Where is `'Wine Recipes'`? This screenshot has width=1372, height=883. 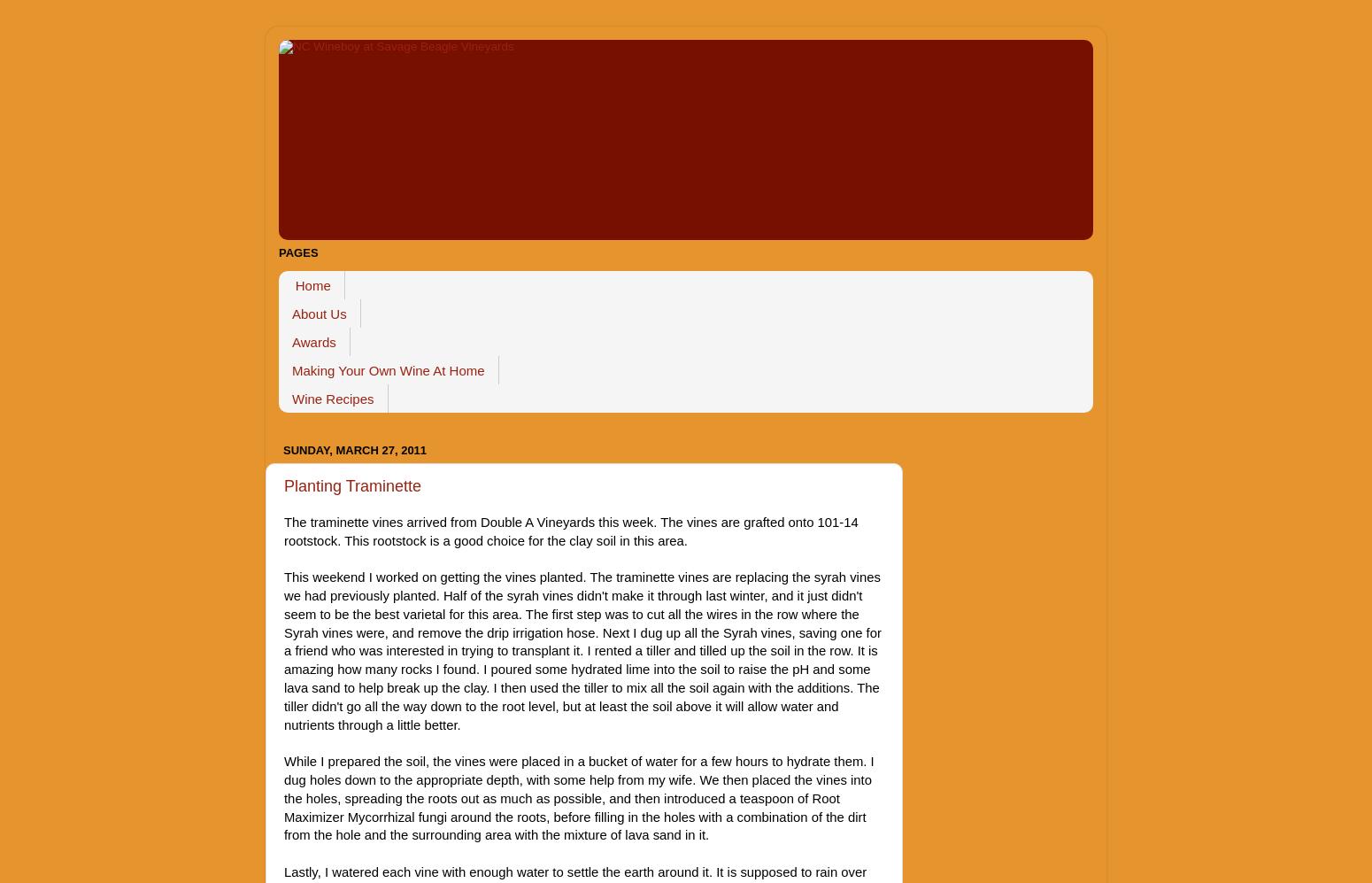
'Wine Recipes' is located at coordinates (332, 397).